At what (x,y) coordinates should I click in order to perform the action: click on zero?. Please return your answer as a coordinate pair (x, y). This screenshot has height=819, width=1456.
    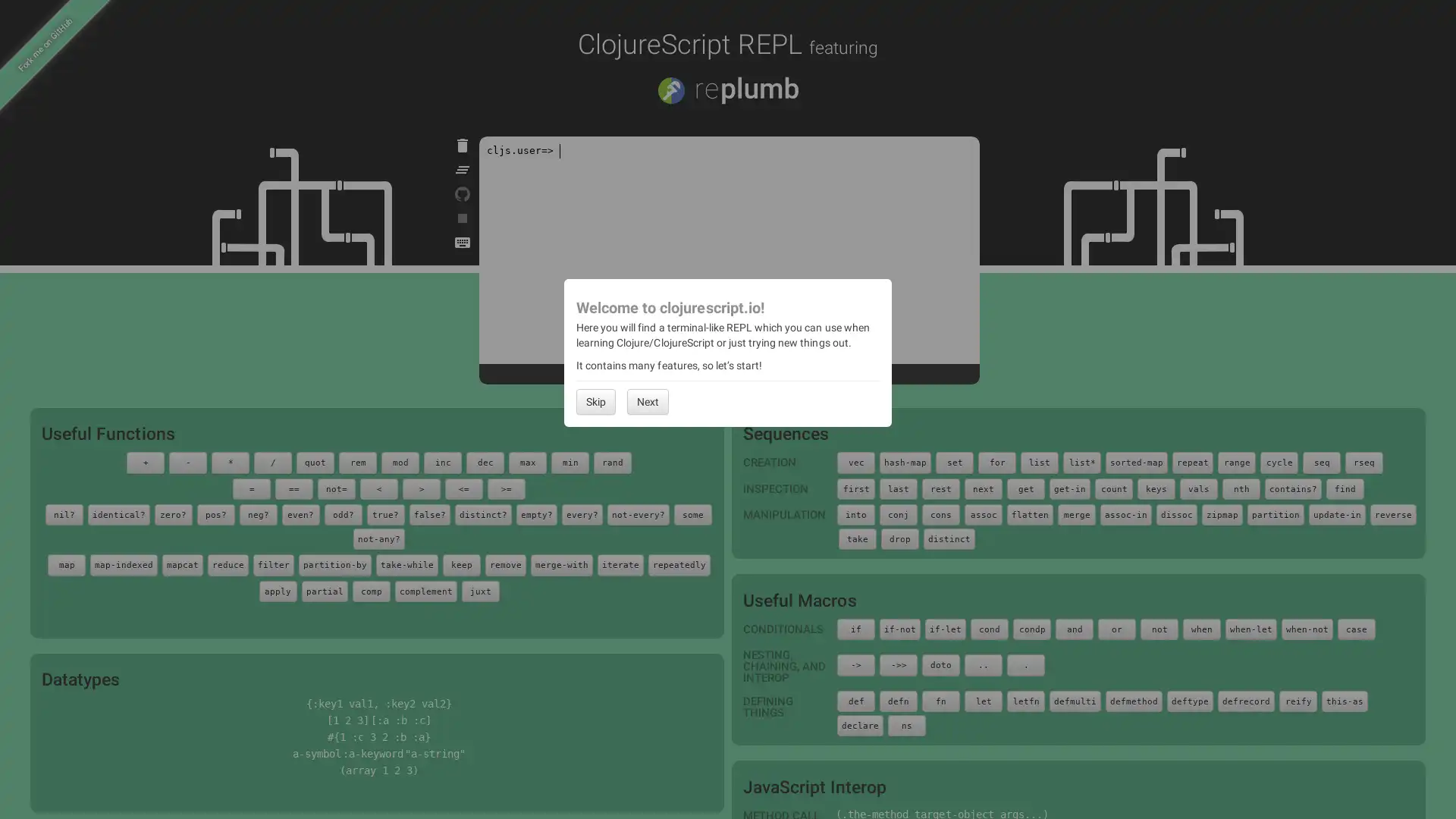
    Looking at the image, I should click on (172, 513).